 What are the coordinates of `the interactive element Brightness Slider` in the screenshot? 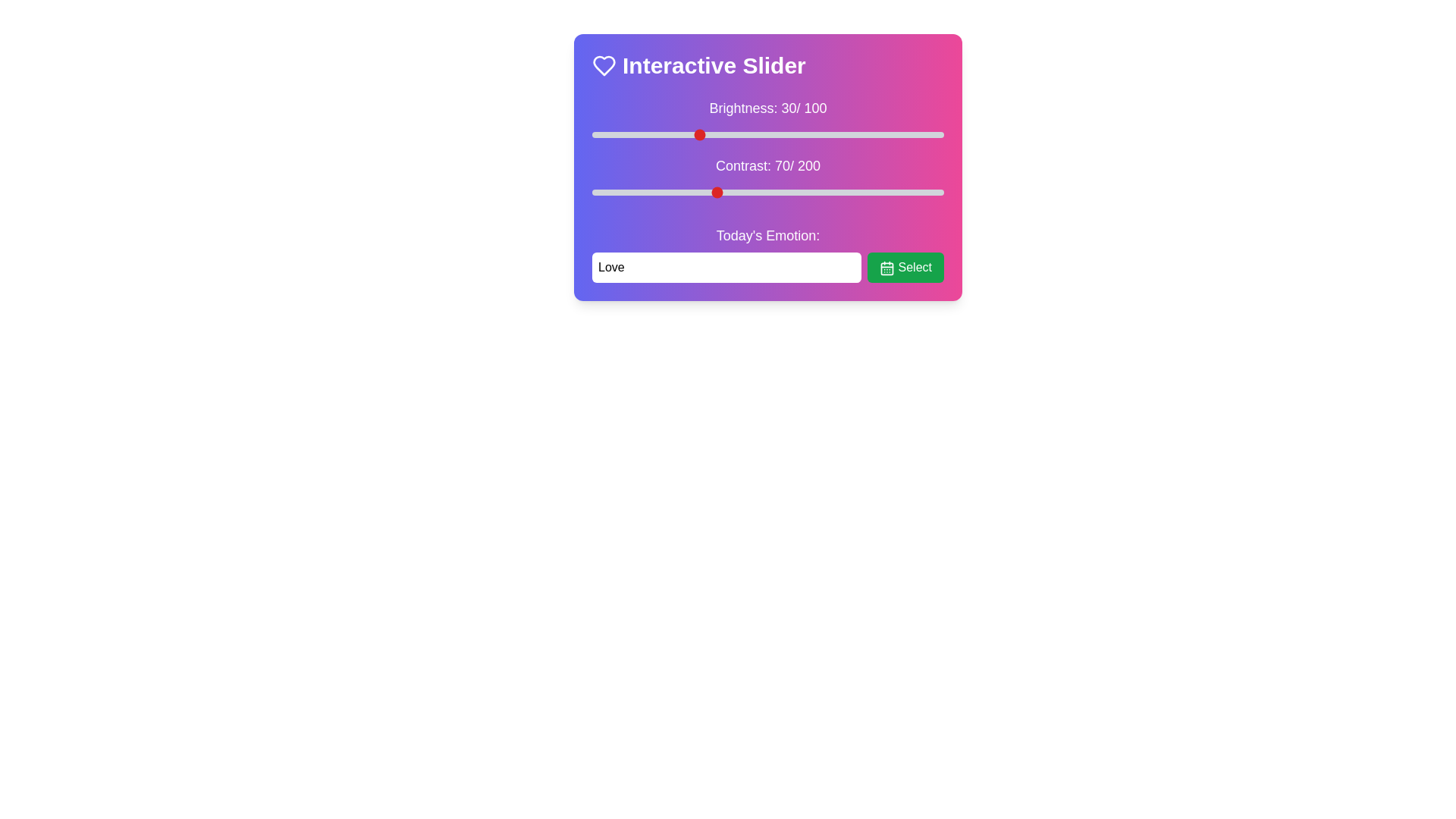 It's located at (767, 133).